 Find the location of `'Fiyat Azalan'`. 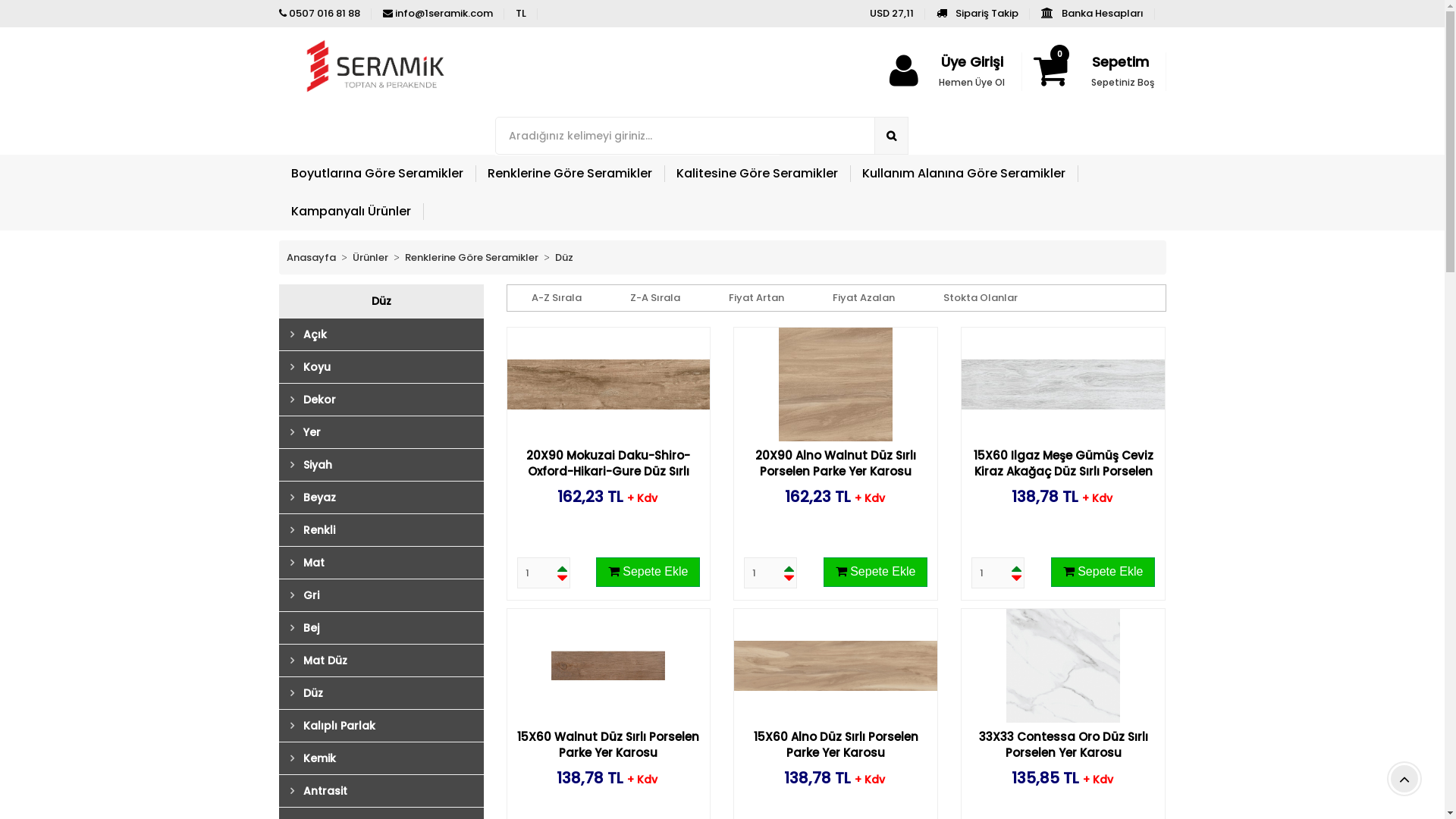

'Fiyat Azalan' is located at coordinates (863, 298).